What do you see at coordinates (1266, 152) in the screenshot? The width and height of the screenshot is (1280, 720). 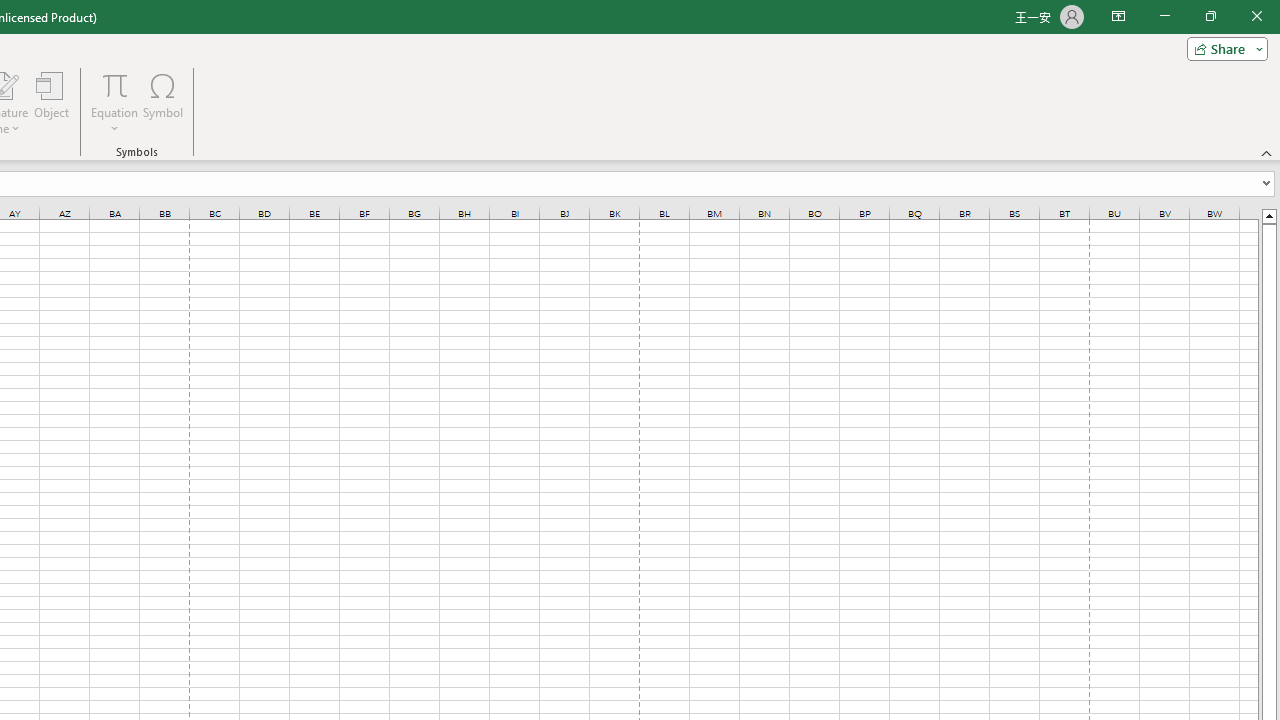 I see `'Collapse the Ribbon'` at bounding box center [1266, 152].